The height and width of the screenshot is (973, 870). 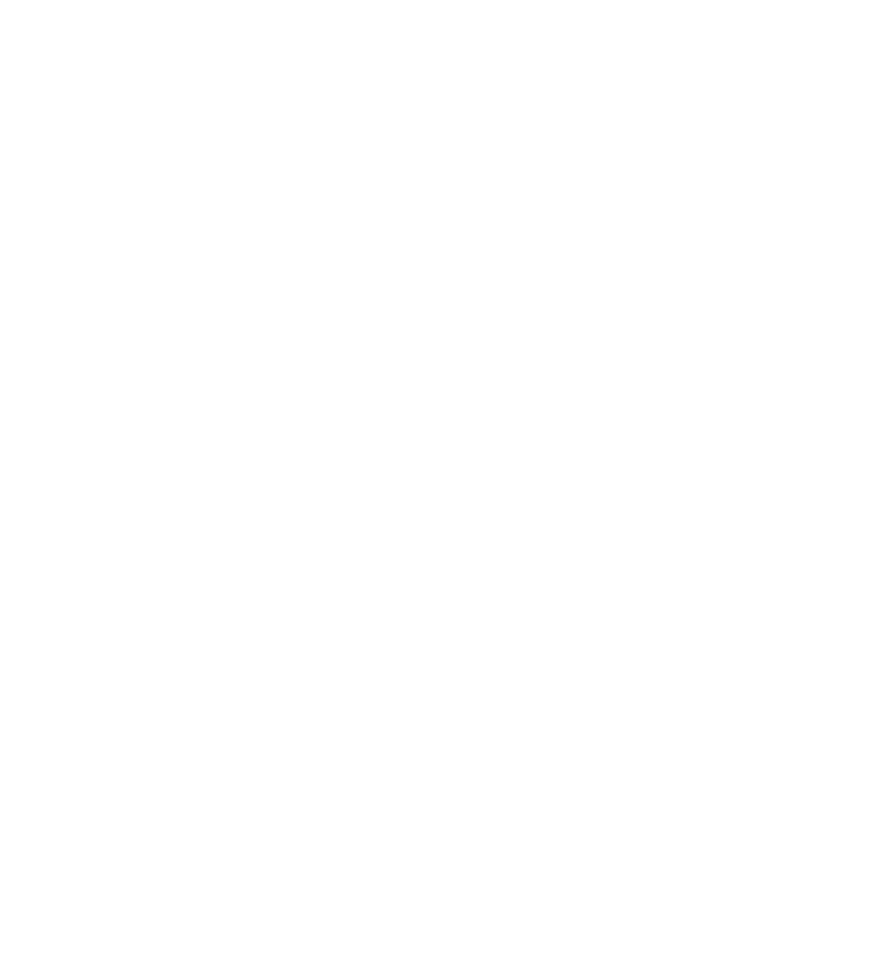 I want to click on 'Terms of Use', so click(x=749, y=774).